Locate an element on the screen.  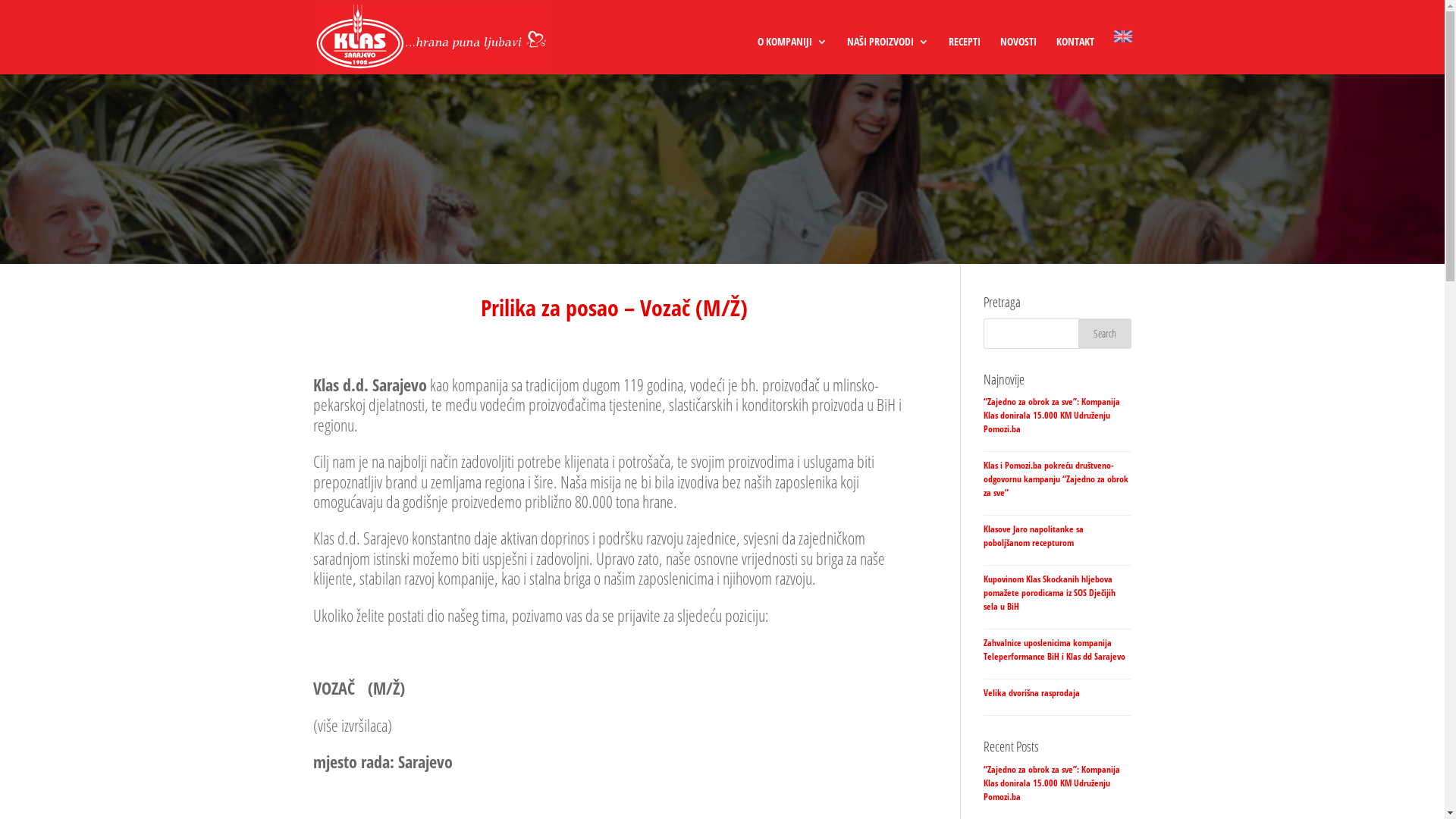
'NOVOSTI' is located at coordinates (1018, 55).